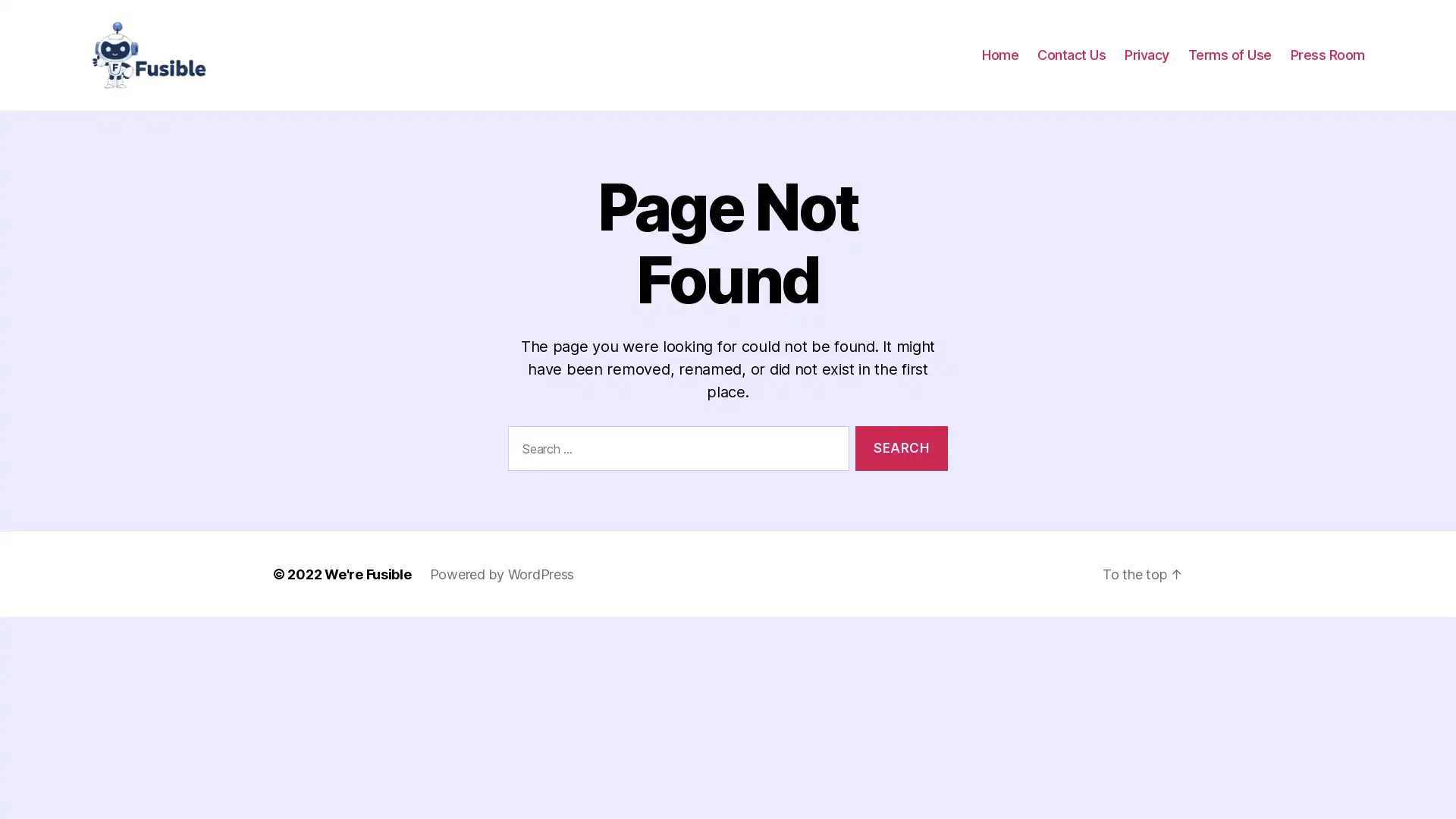  What do you see at coordinates (901, 447) in the screenshot?
I see `Search` at bounding box center [901, 447].